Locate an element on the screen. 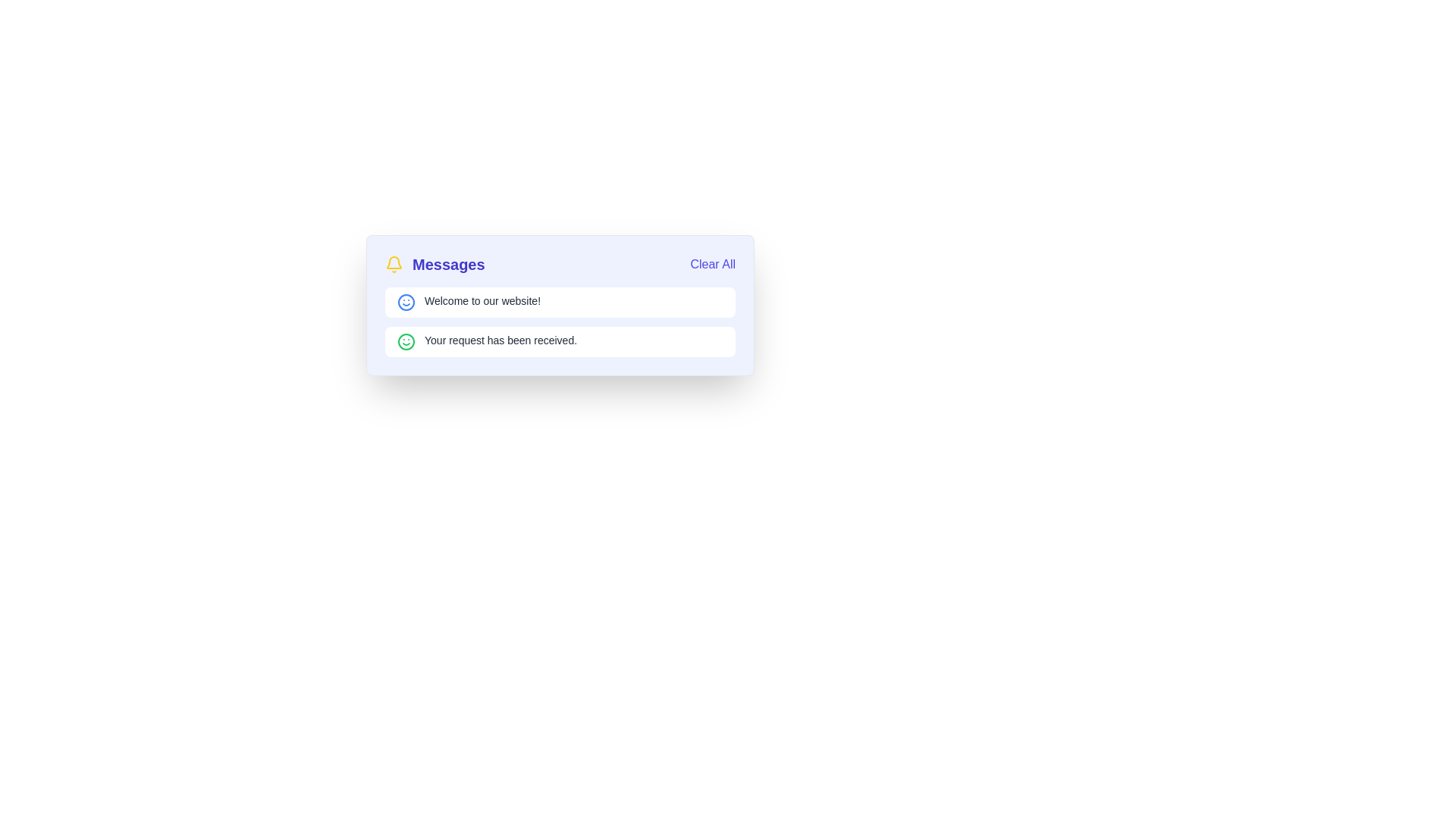 This screenshot has height=819, width=1456. 'Messages' header section that contains a notification icon on the left, a bold indigo title in the middle, and a 'Clear All' link on the right to understand its functionality is located at coordinates (560, 263).